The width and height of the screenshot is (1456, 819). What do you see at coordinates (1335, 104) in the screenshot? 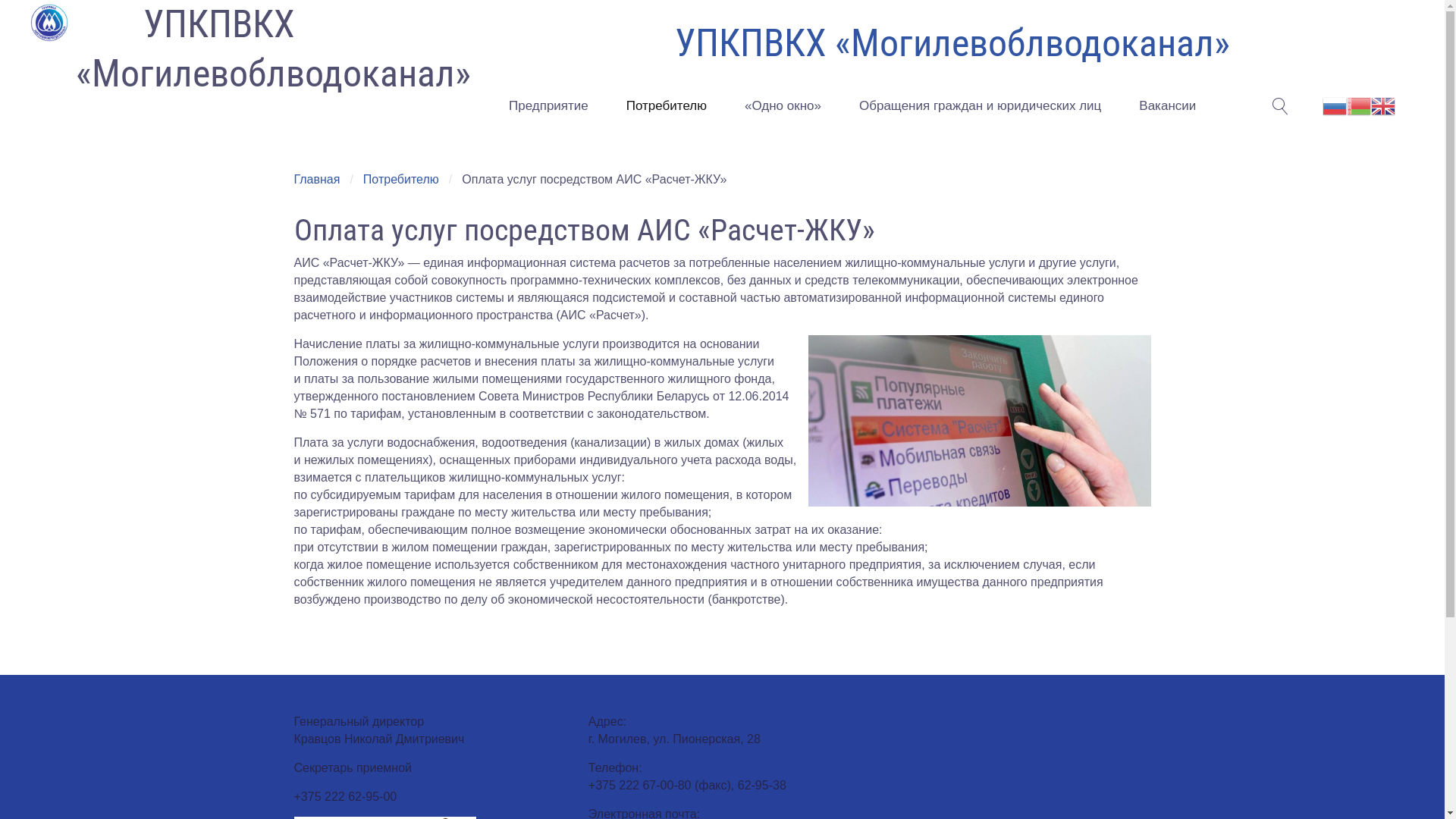
I see `'Russian'` at bounding box center [1335, 104].